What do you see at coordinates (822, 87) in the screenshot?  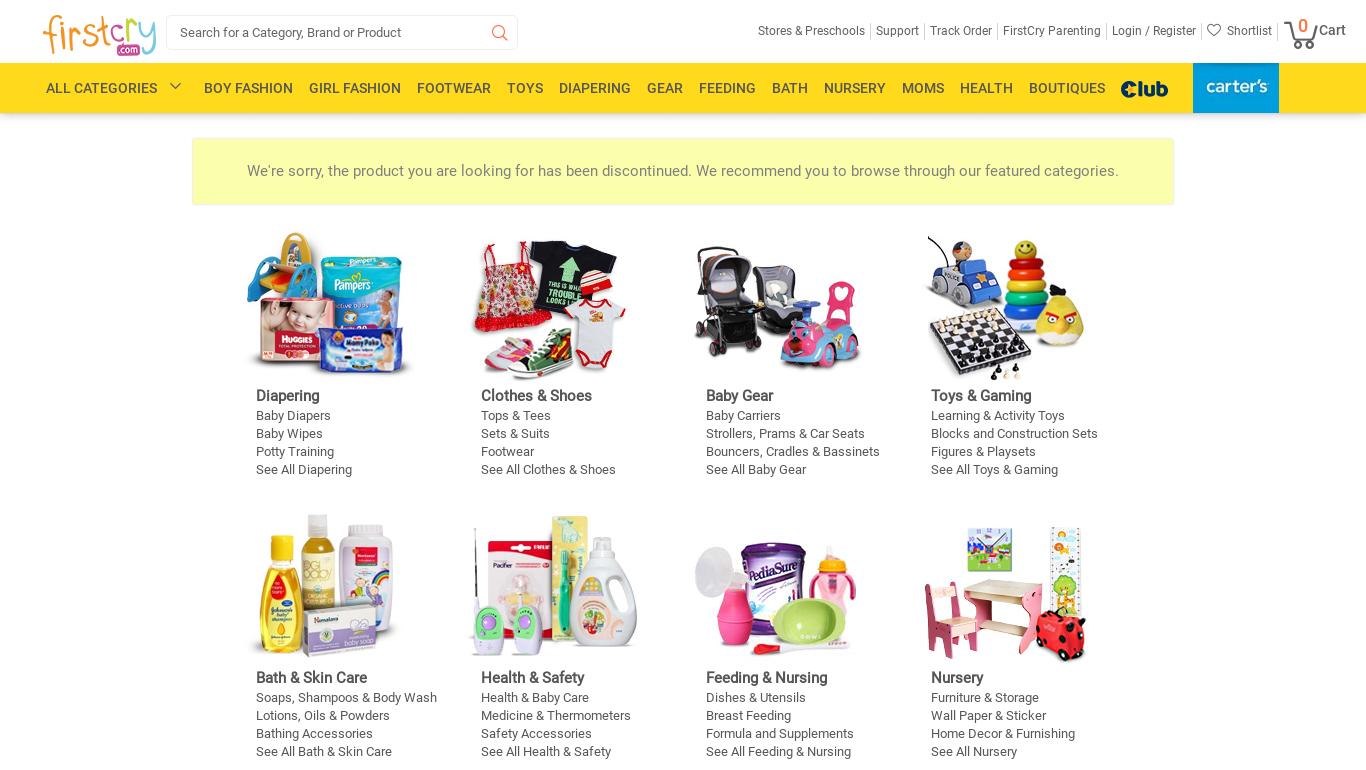 I see `'Nursery'` at bounding box center [822, 87].